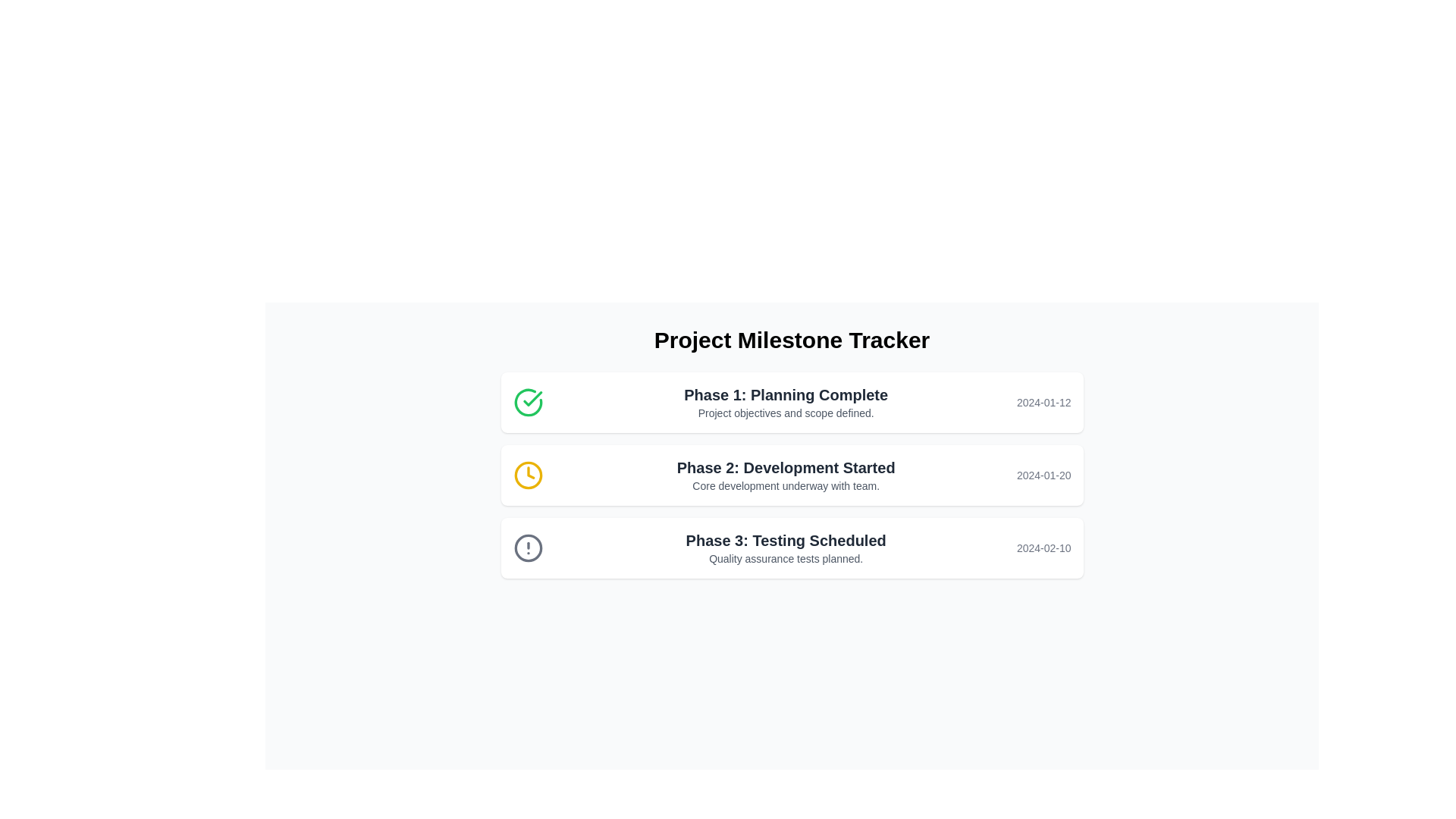 The height and width of the screenshot is (819, 1456). What do you see at coordinates (786, 548) in the screenshot?
I see `the Text Display element containing the text 'Phase 3: Testing Scheduled' which is part of the third card in the 'Project Milestone Tracker' section` at bounding box center [786, 548].